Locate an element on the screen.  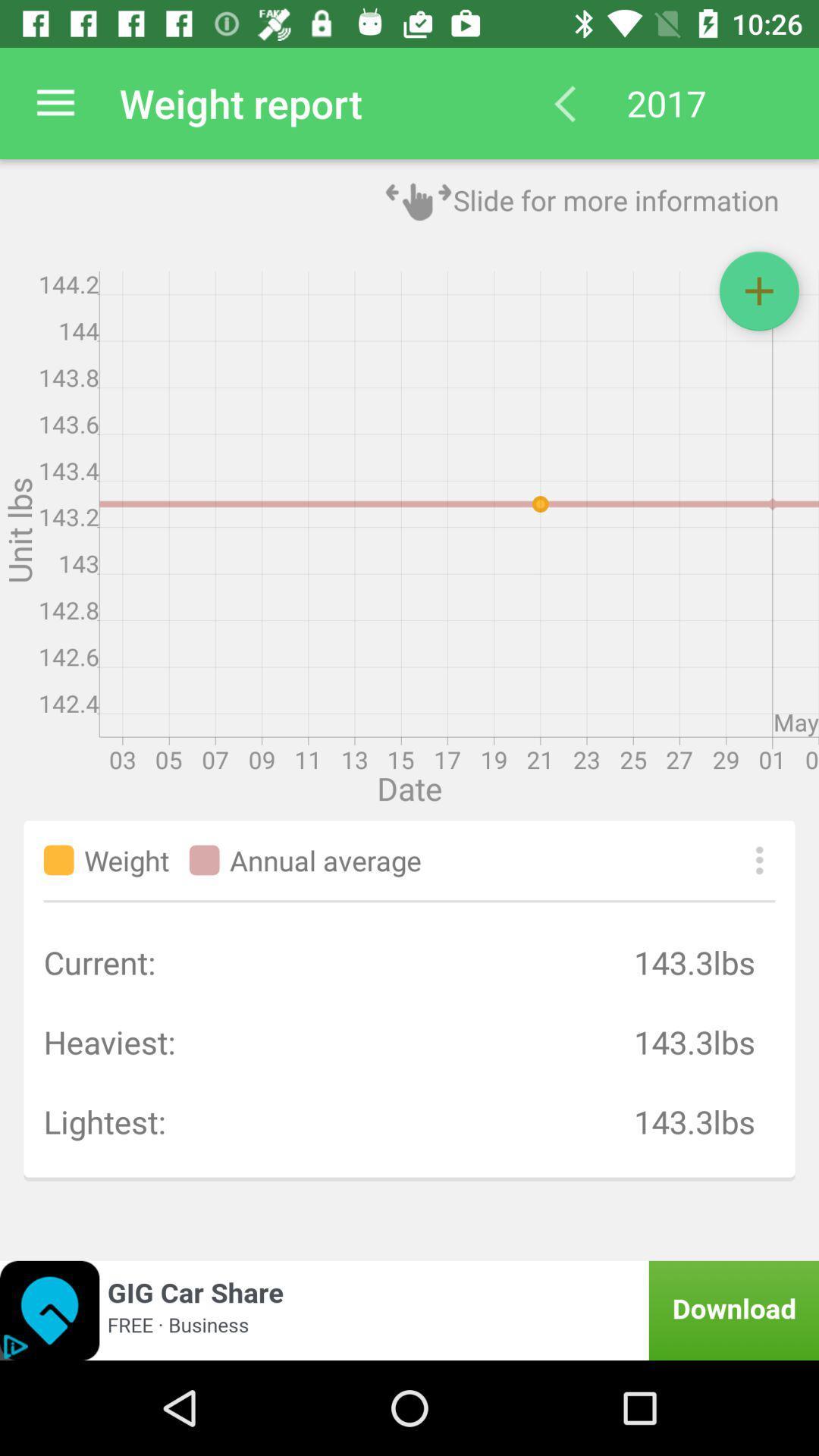
the add icon is located at coordinates (759, 291).